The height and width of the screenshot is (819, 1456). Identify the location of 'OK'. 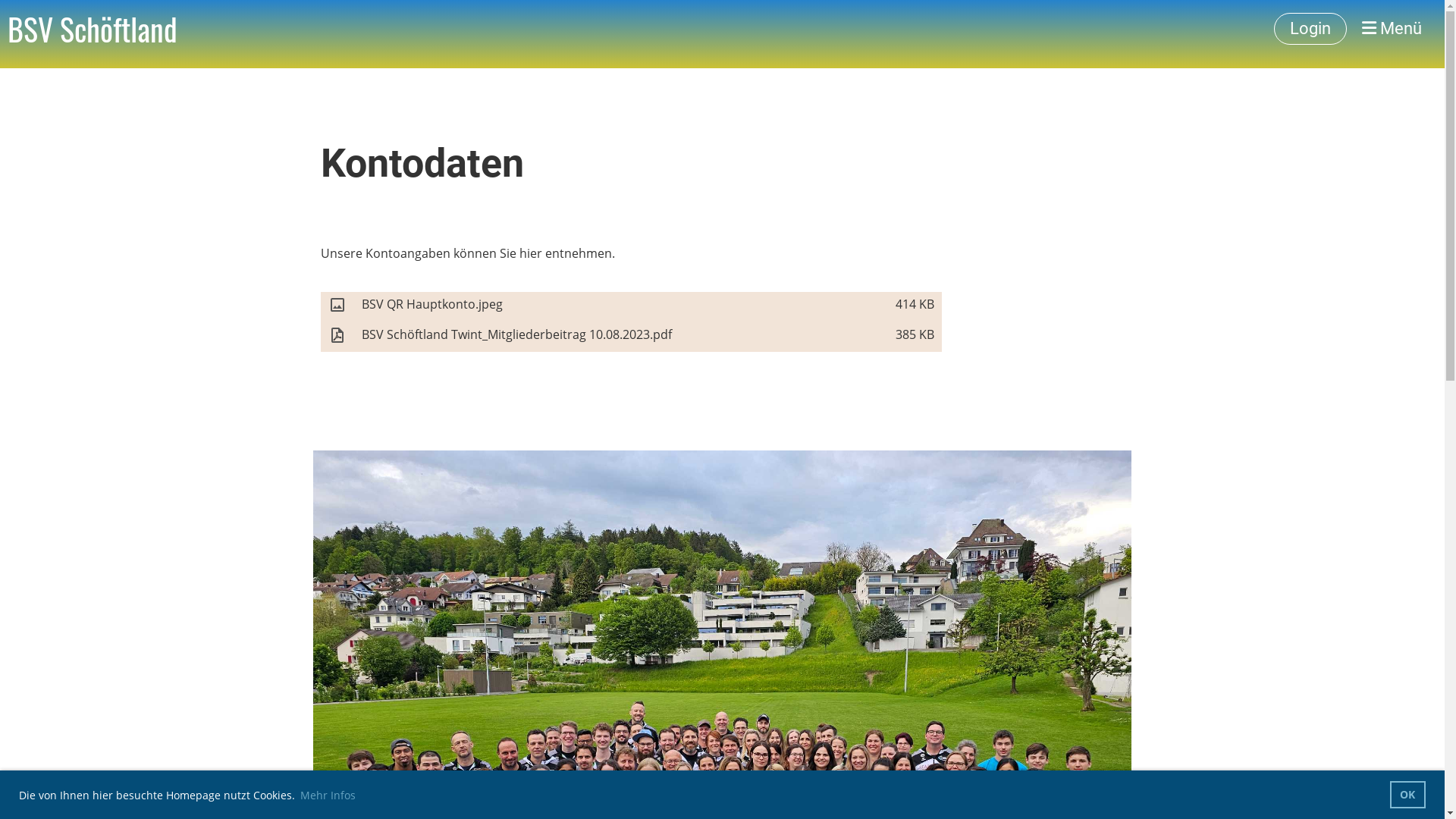
(1407, 794).